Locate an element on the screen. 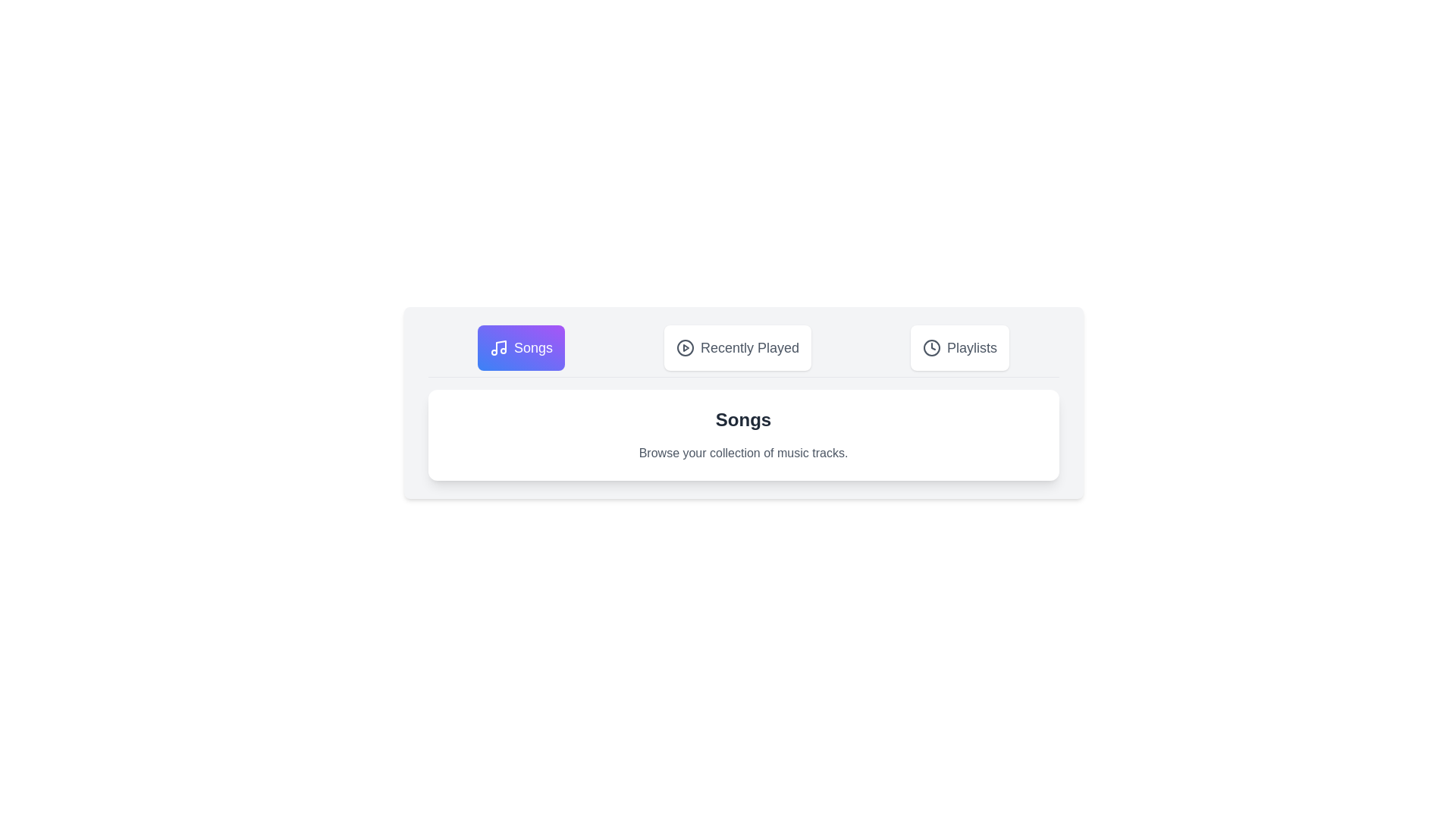  the tab labeled Recently Played is located at coordinates (738, 348).